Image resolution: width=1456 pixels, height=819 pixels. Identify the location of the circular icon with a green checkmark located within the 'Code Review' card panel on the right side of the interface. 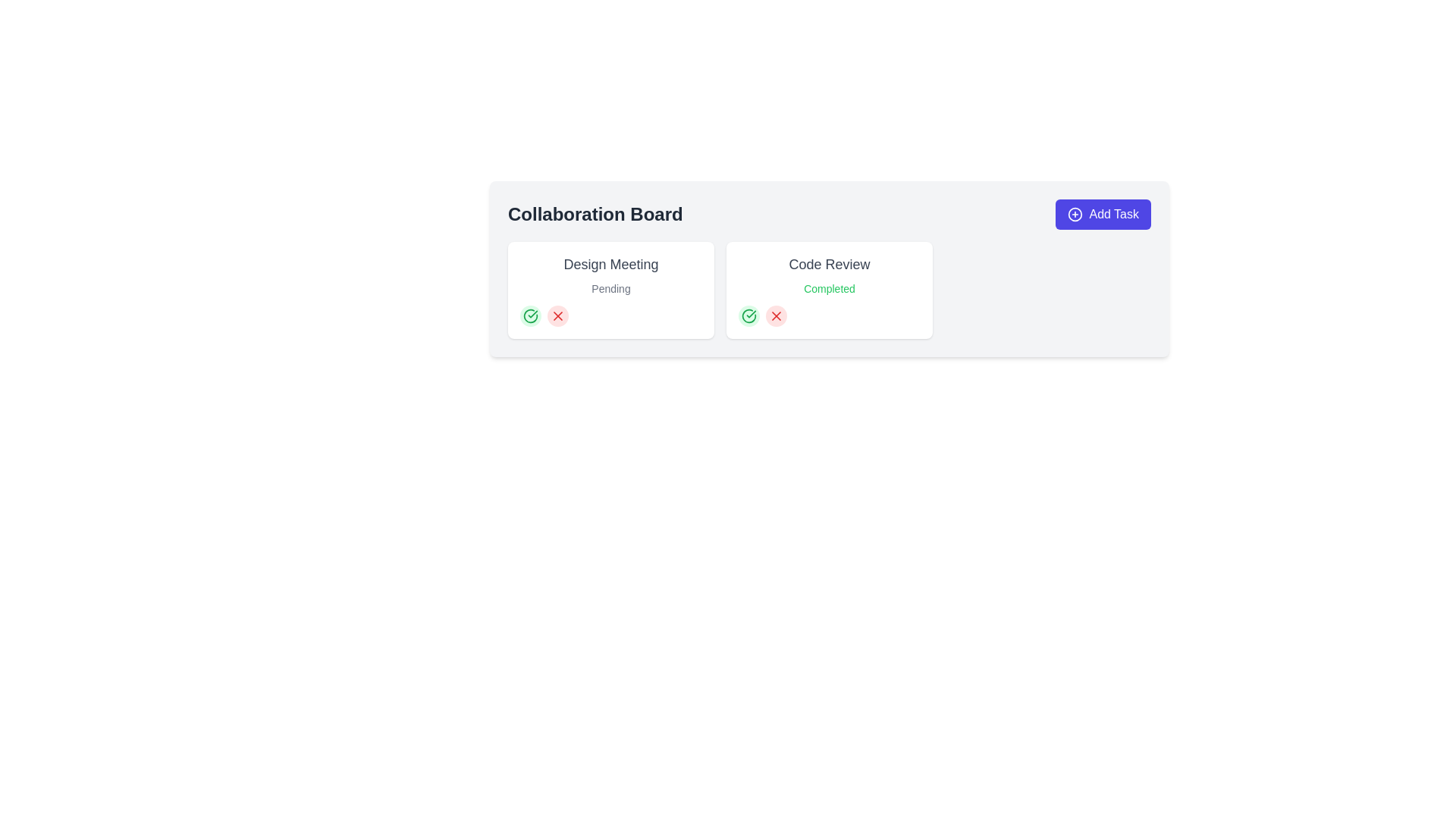
(749, 315).